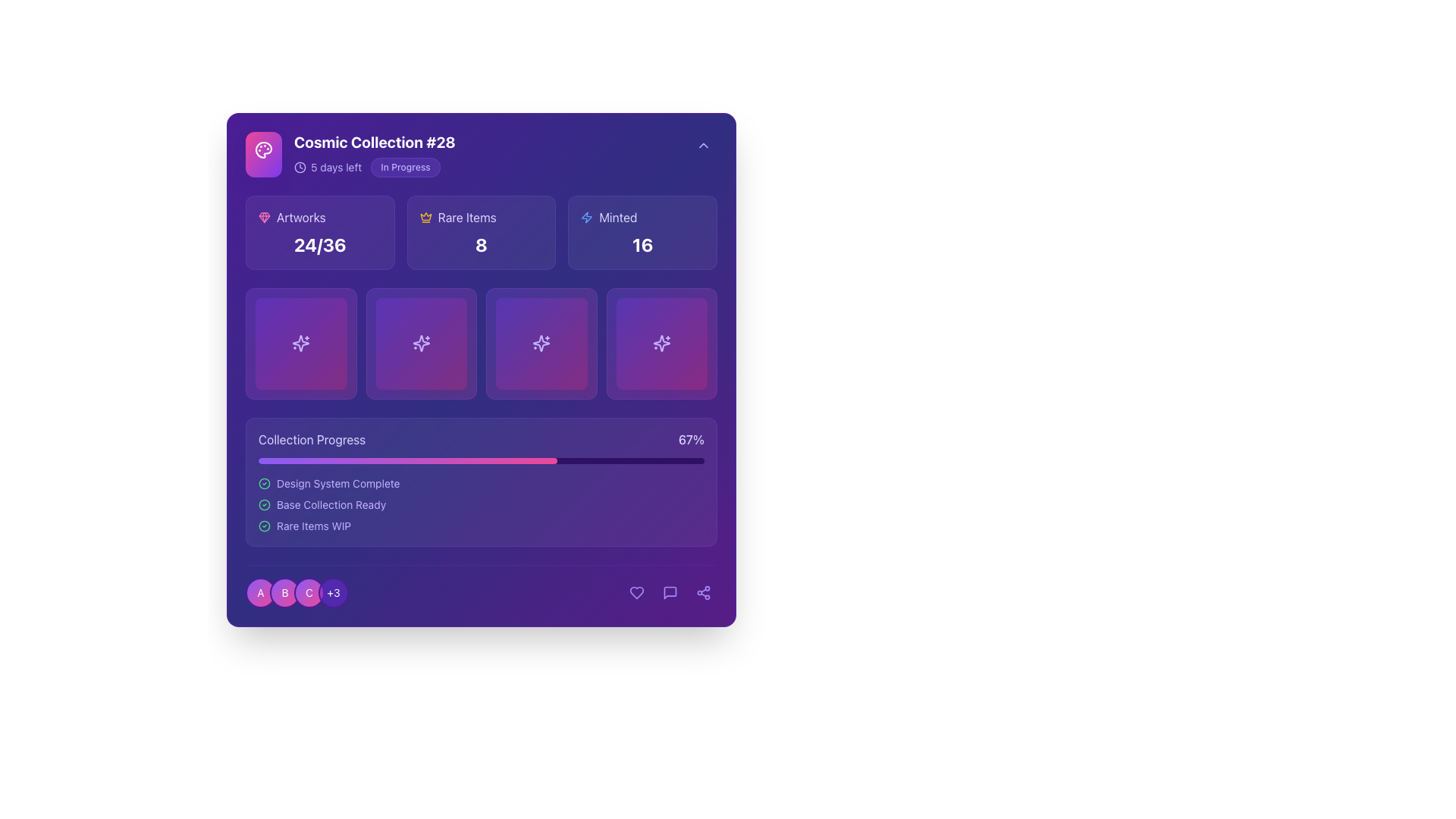 The width and height of the screenshot is (1456, 819). Describe the element at coordinates (265, 504) in the screenshot. I see `the 'Base Collection Ready' icon which marks the item as completed in the collection progress context, located to the left of the corresponding text` at that location.